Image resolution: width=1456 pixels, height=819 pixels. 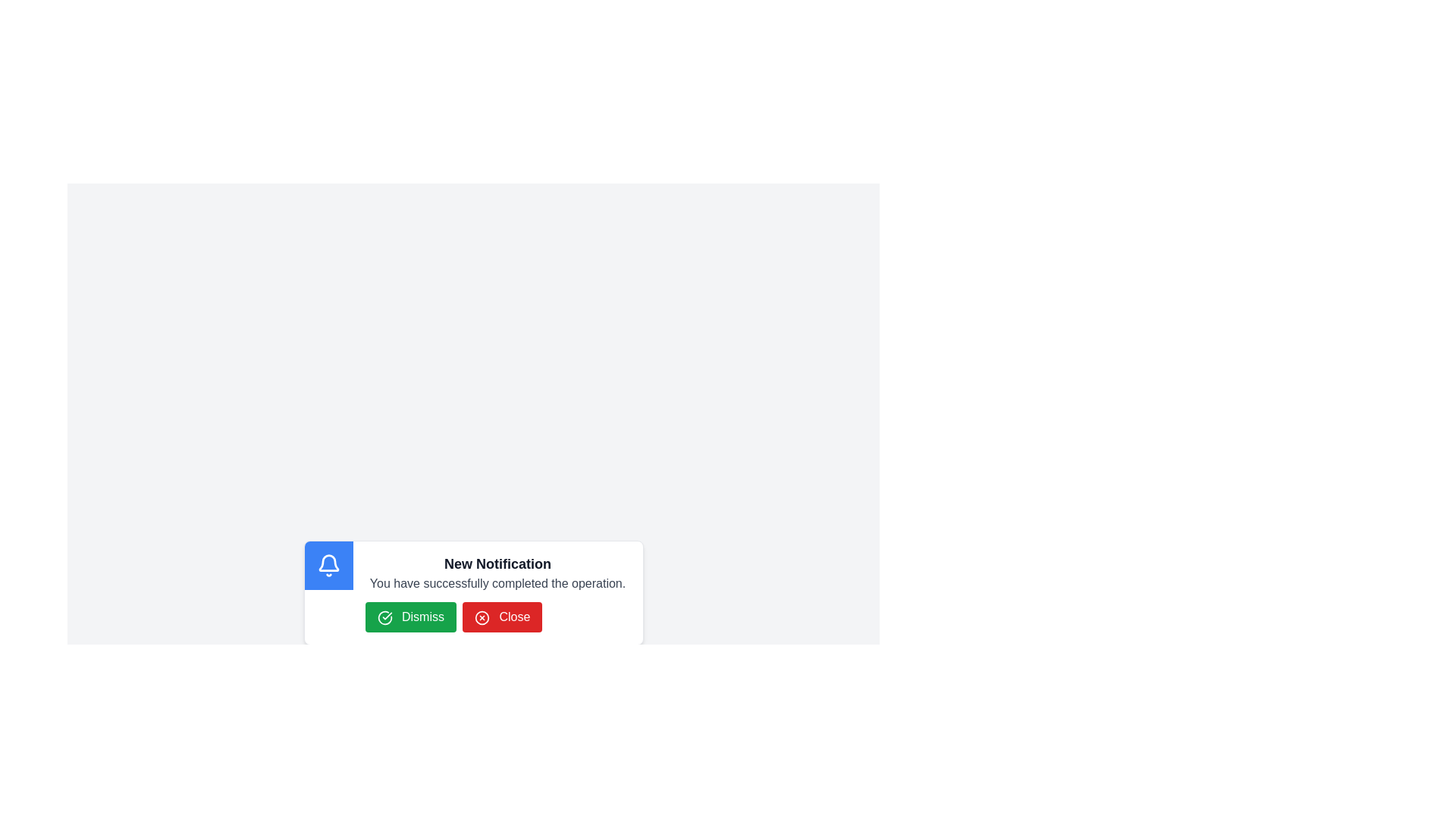 I want to click on the notification text element that provides feedback about the successful completion of an operation, located below the 'New Notification' title and above the 'Dismiss' and 'Close' buttons, so click(x=497, y=583).